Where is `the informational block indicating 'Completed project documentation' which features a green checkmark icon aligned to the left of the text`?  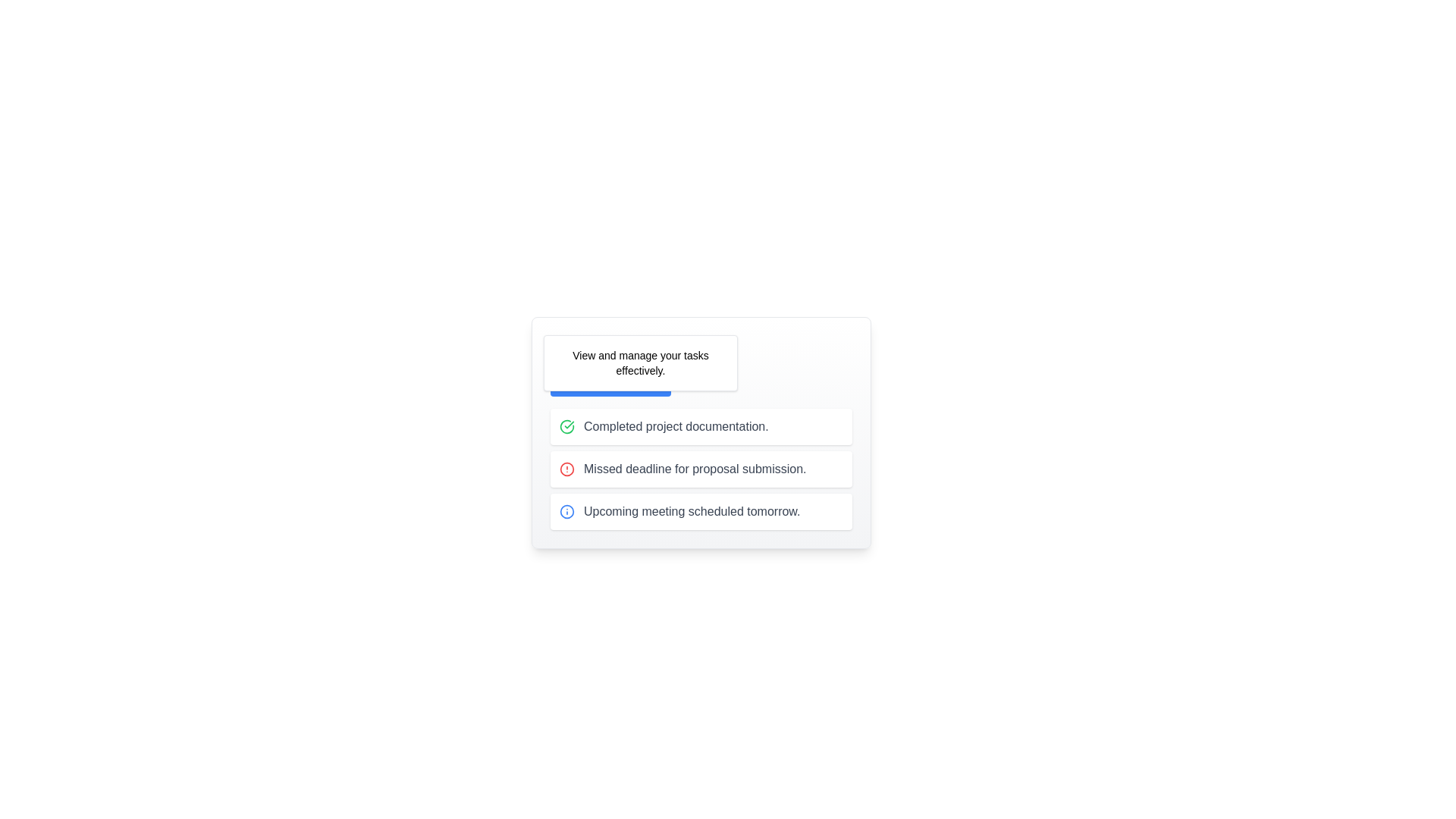
the informational block indicating 'Completed project documentation' which features a green checkmark icon aligned to the left of the text is located at coordinates (701, 427).